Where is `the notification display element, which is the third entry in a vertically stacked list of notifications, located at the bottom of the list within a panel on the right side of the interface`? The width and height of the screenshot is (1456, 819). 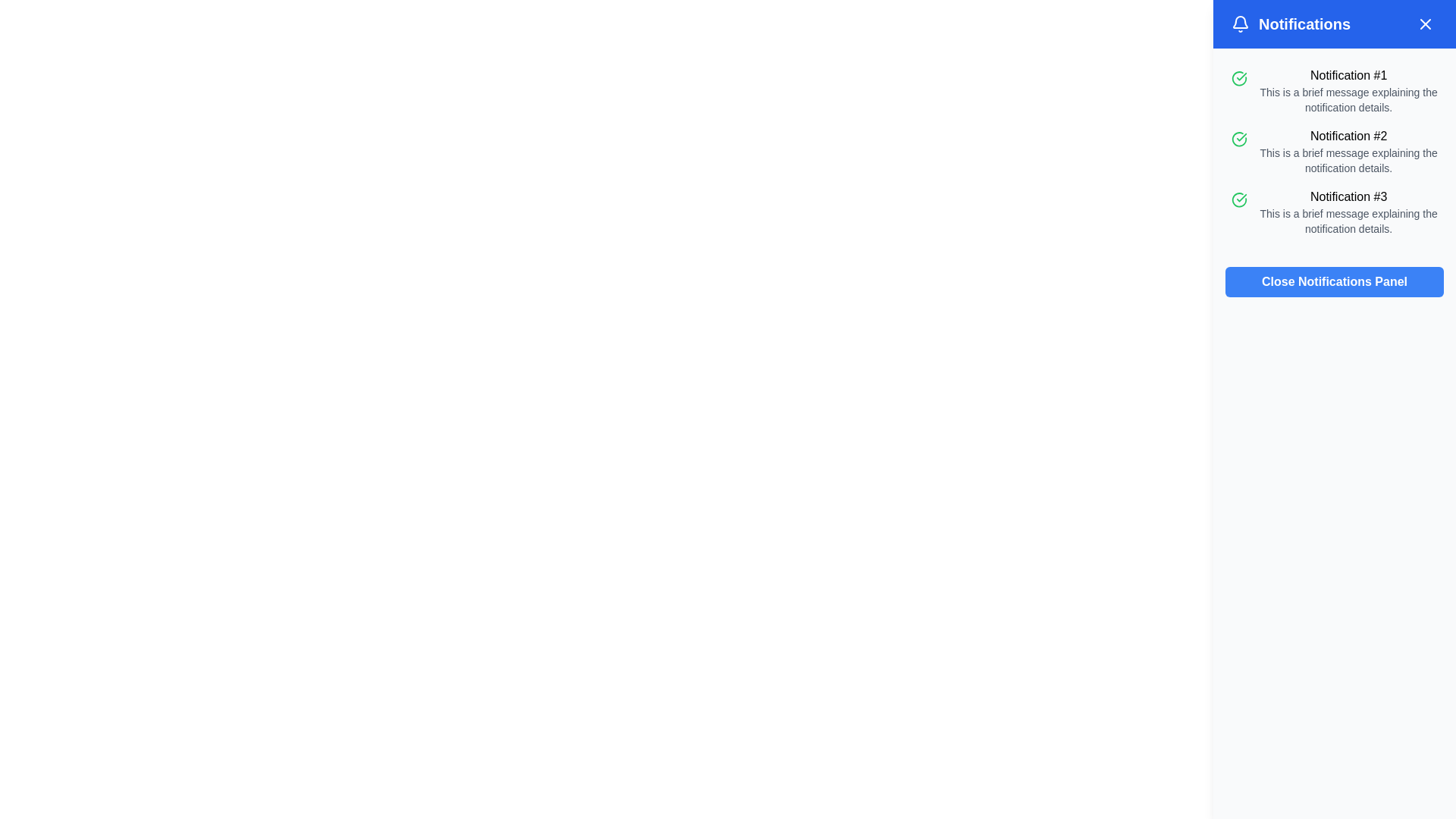 the notification display element, which is the third entry in a vertically stacked list of notifications, located at the bottom of the list within a panel on the right side of the interface is located at coordinates (1335, 212).